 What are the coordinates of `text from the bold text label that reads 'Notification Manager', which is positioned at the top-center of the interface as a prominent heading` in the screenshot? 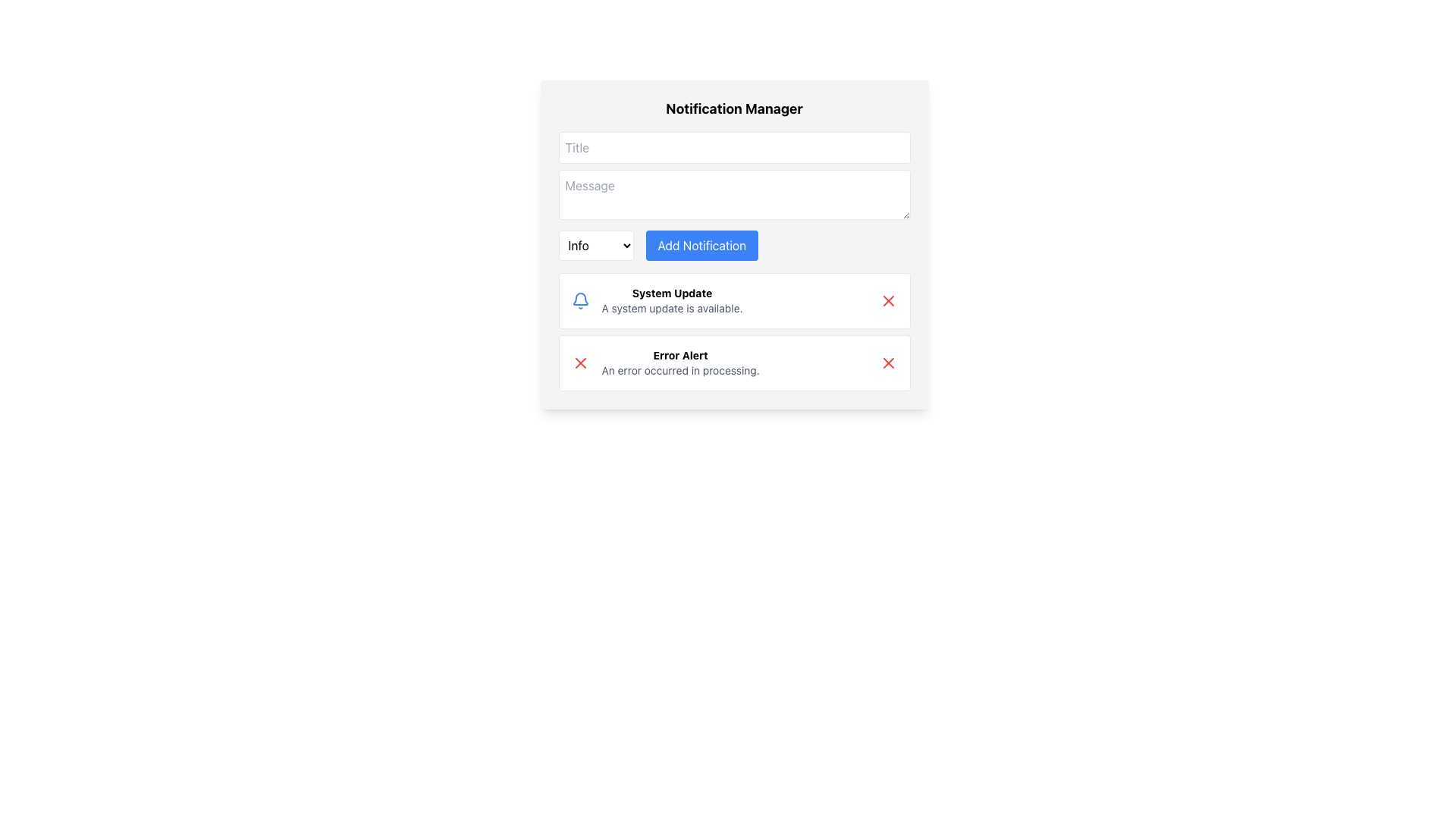 It's located at (734, 108).